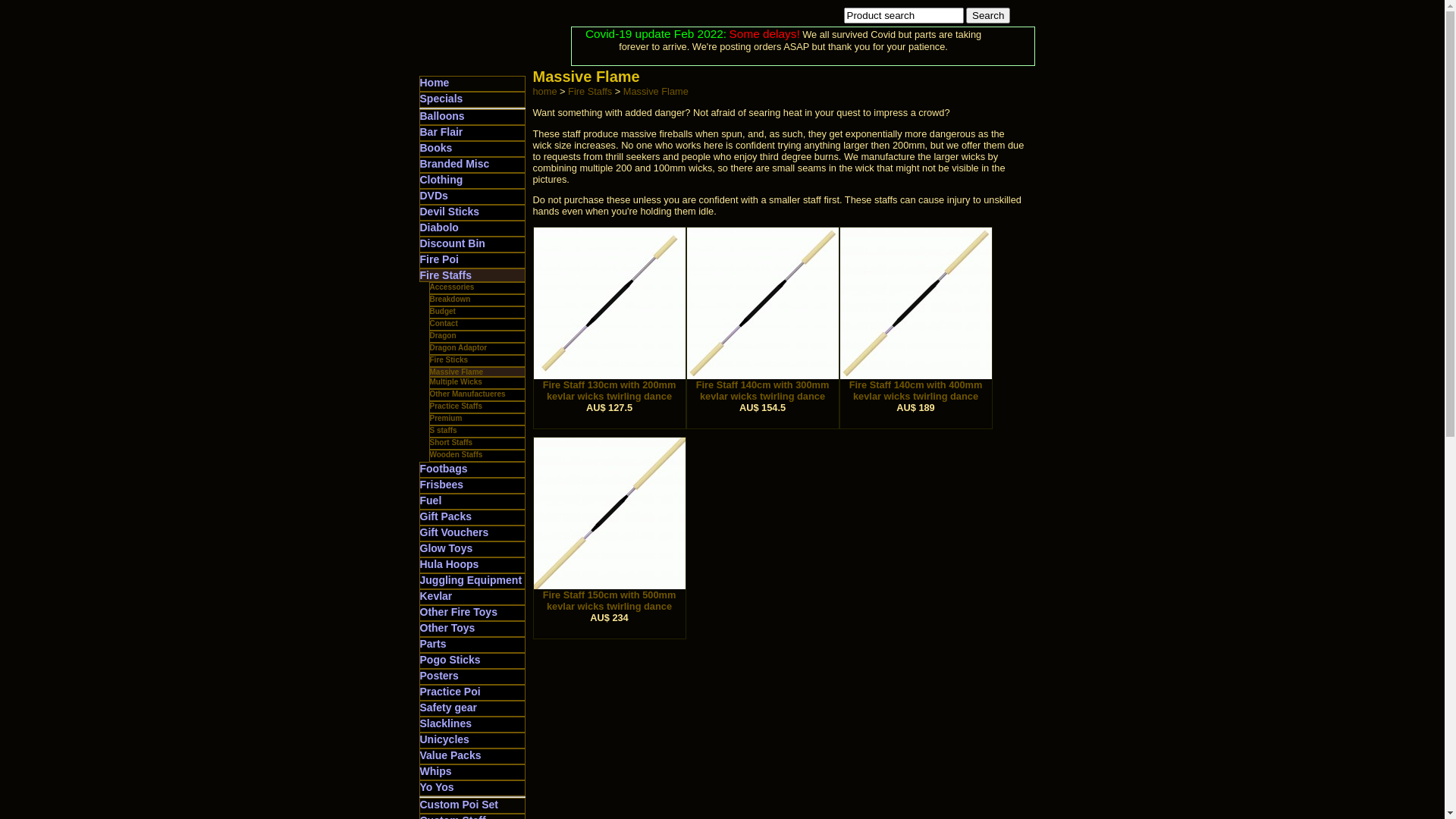 The width and height of the screenshot is (1456, 819). Describe the element at coordinates (438, 675) in the screenshot. I see `'Posters'` at that location.